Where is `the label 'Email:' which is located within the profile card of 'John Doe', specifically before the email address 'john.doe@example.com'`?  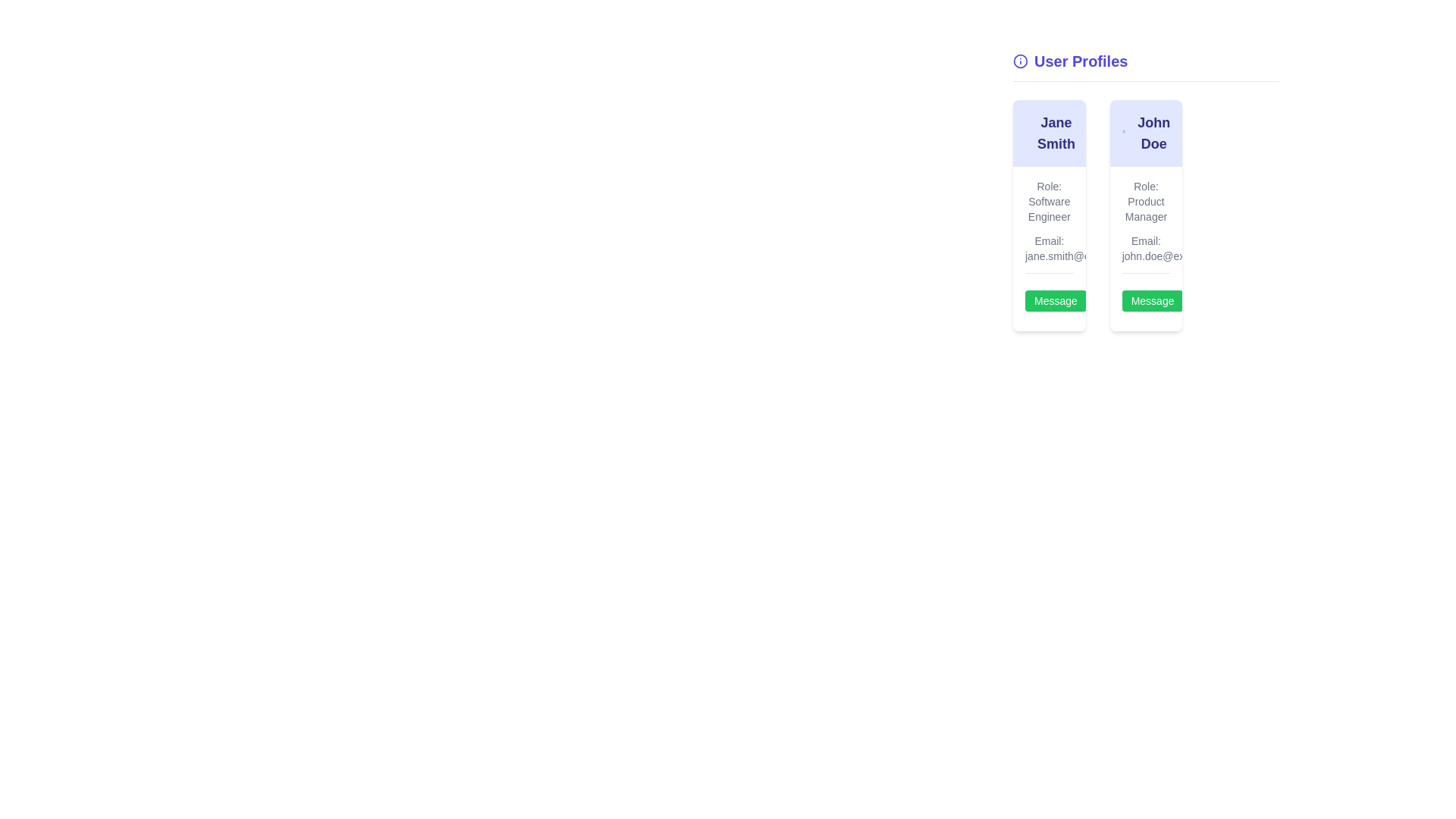
the label 'Email:' which is located within the profile card of 'John Doe', specifically before the email address 'john.doe@example.com' is located at coordinates (1146, 240).